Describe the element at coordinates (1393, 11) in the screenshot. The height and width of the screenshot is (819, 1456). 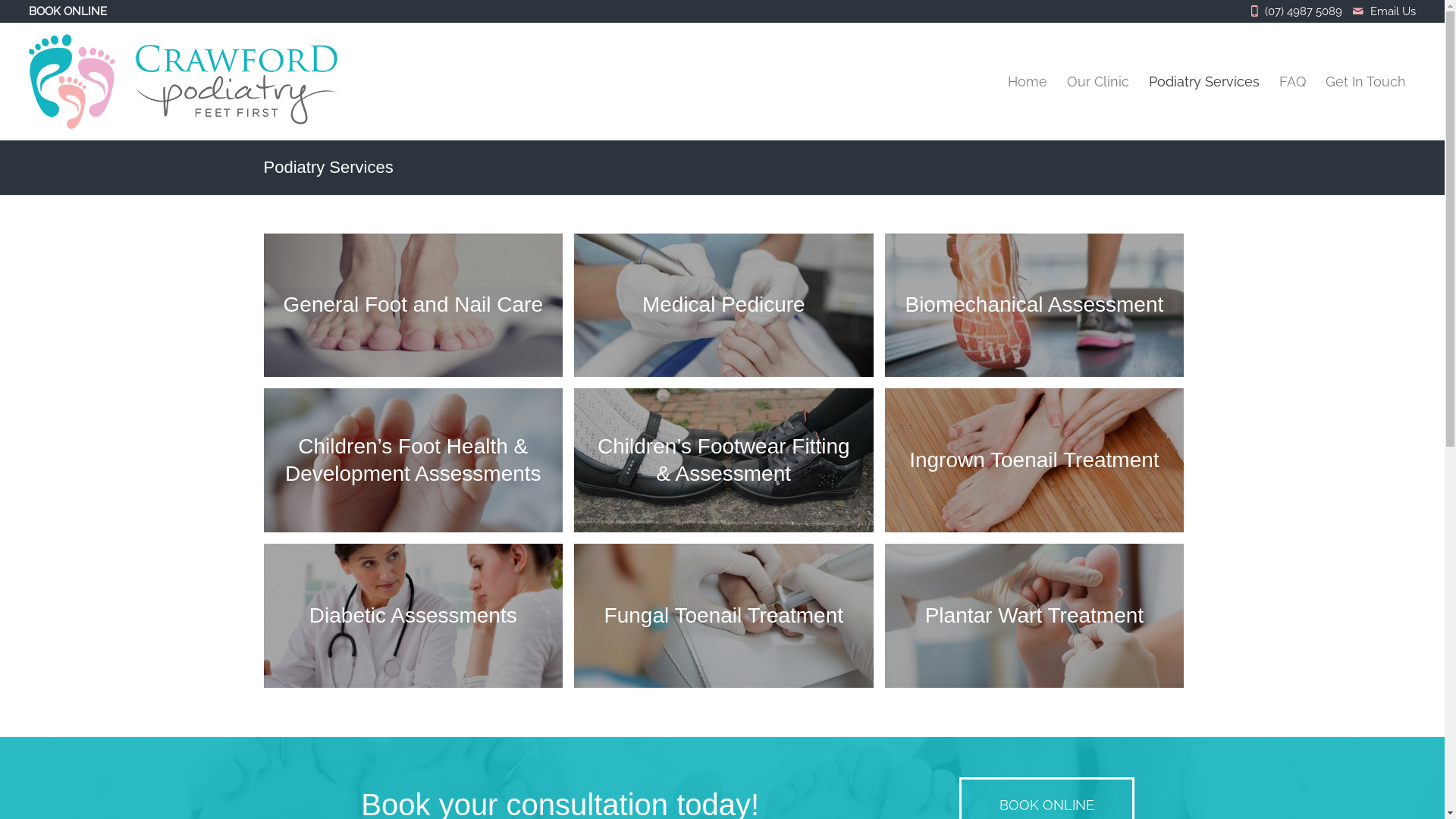
I see `'Email Us'` at that location.